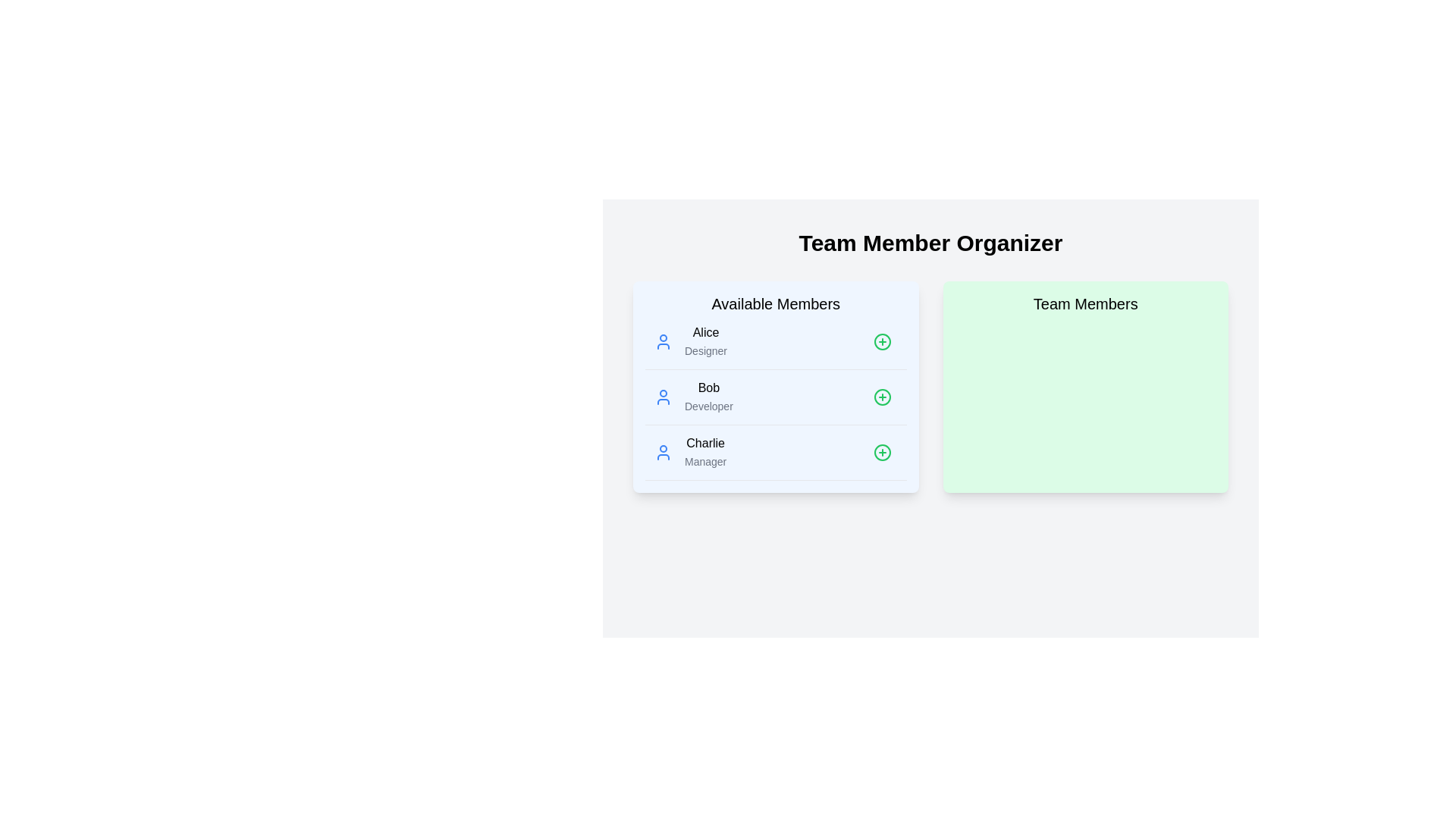  Describe the element at coordinates (882, 452) in the screenshot. I see `the green circular Icon button with a plus symbol located next to the name 'Charlie' in the 'Available Members' box` at that location.